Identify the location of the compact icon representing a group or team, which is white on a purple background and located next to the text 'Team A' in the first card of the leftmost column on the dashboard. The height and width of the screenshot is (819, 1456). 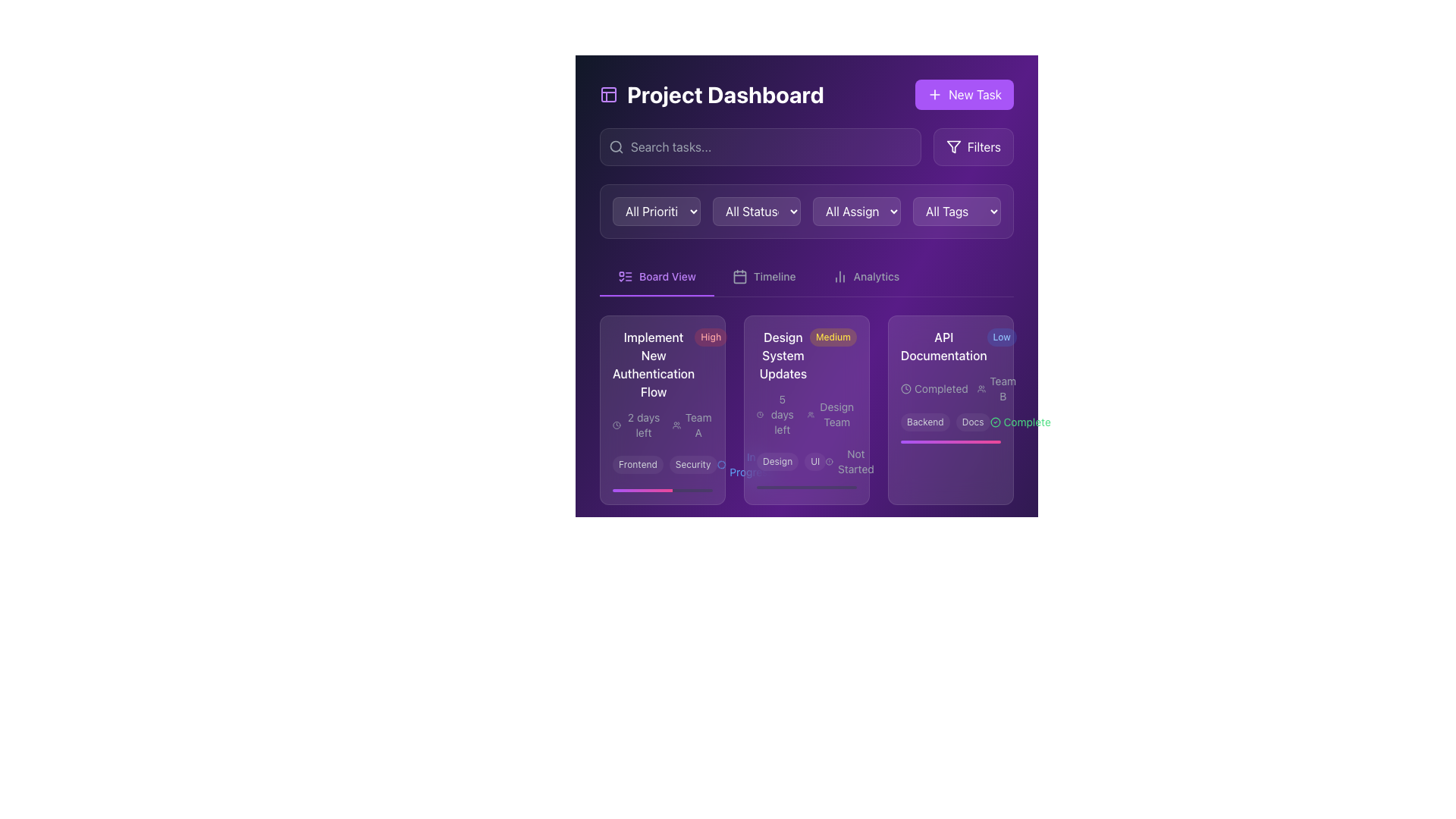
(676, 425).